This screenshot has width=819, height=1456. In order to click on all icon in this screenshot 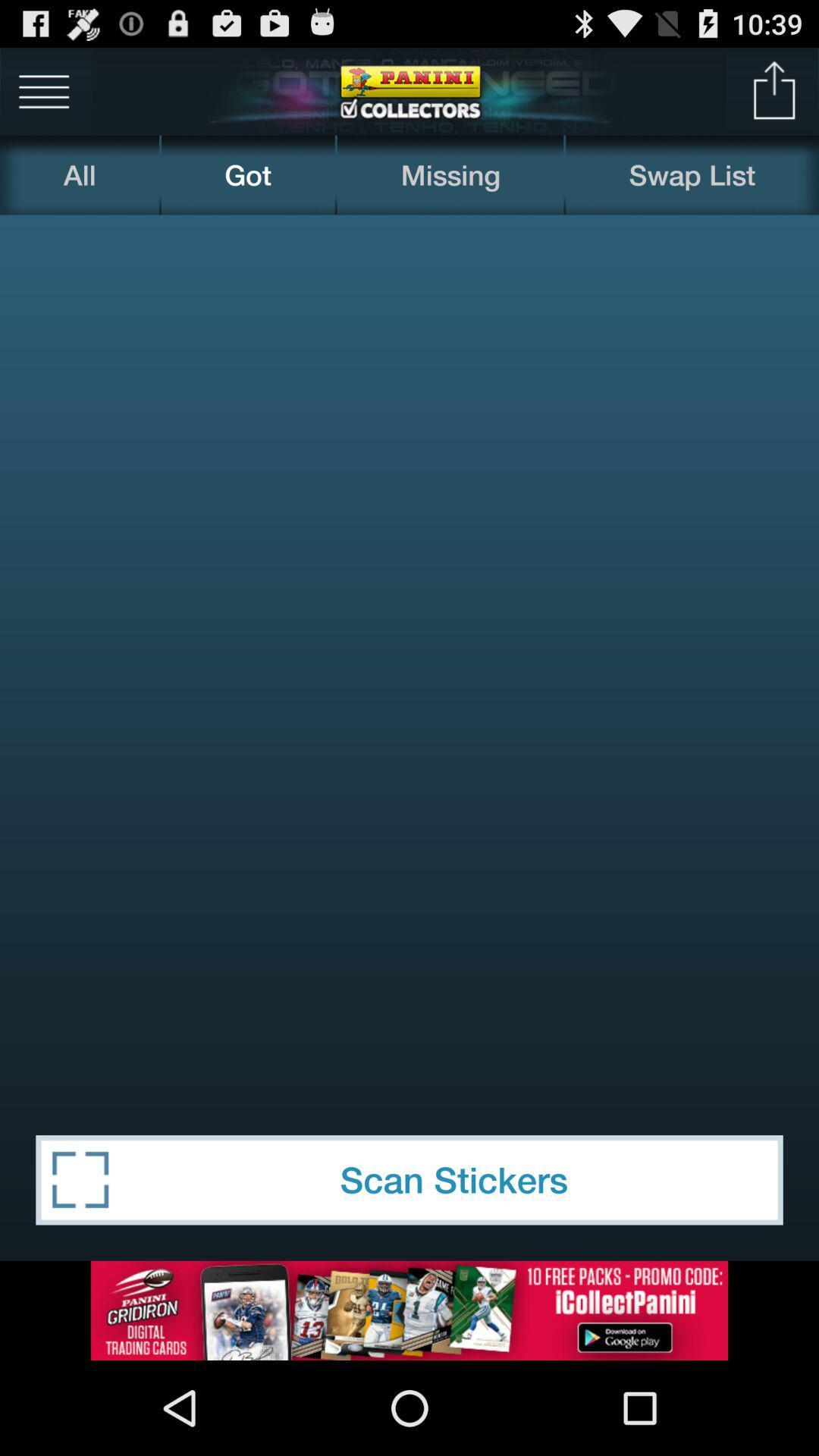, I will do `click(79, 174)`.